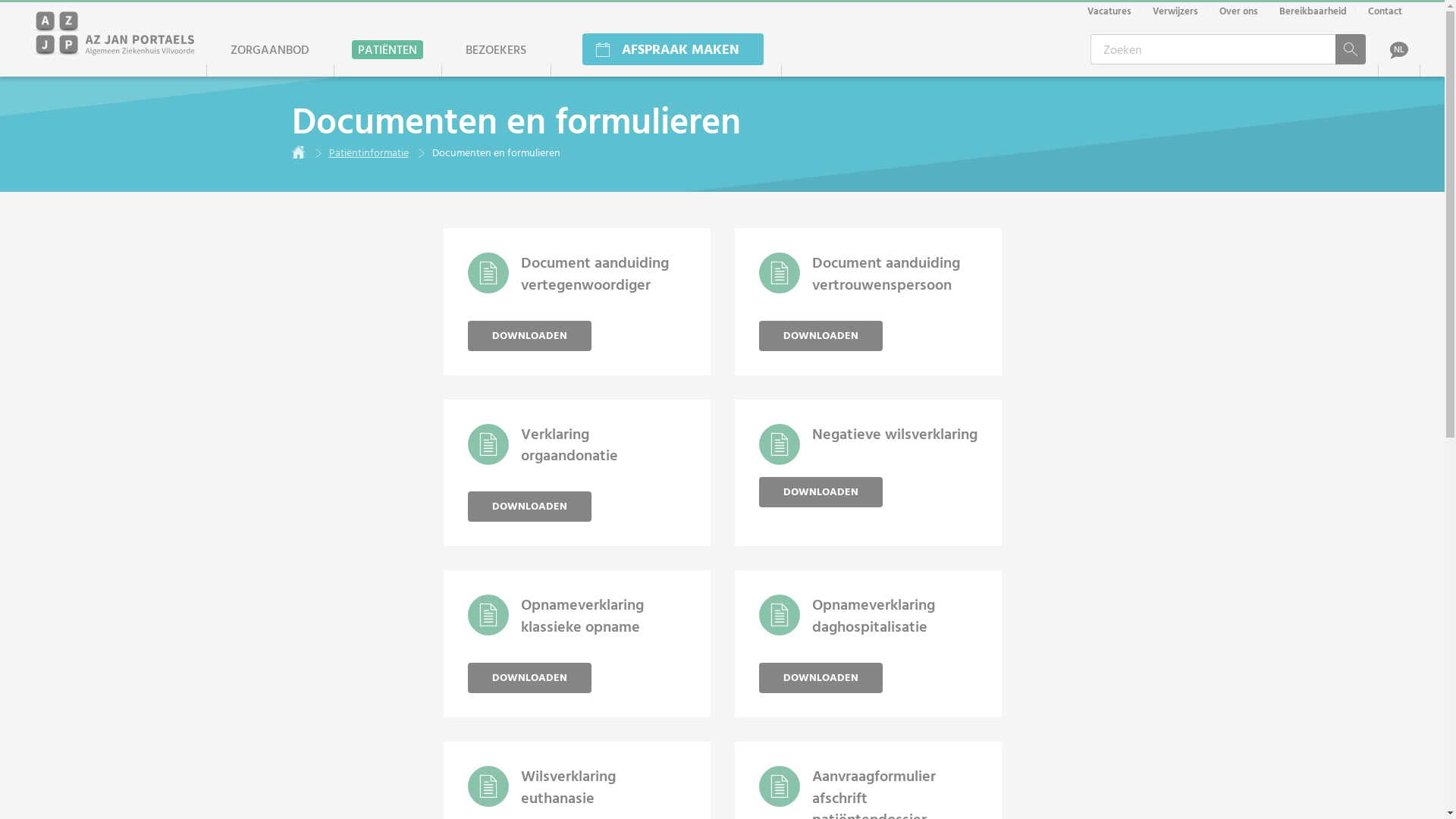 Image resolution: width=1456 pixels, height=819 pixels. Describe the element at coordinates (298, 152) in the screenshot. I see `'Home'` at that location.